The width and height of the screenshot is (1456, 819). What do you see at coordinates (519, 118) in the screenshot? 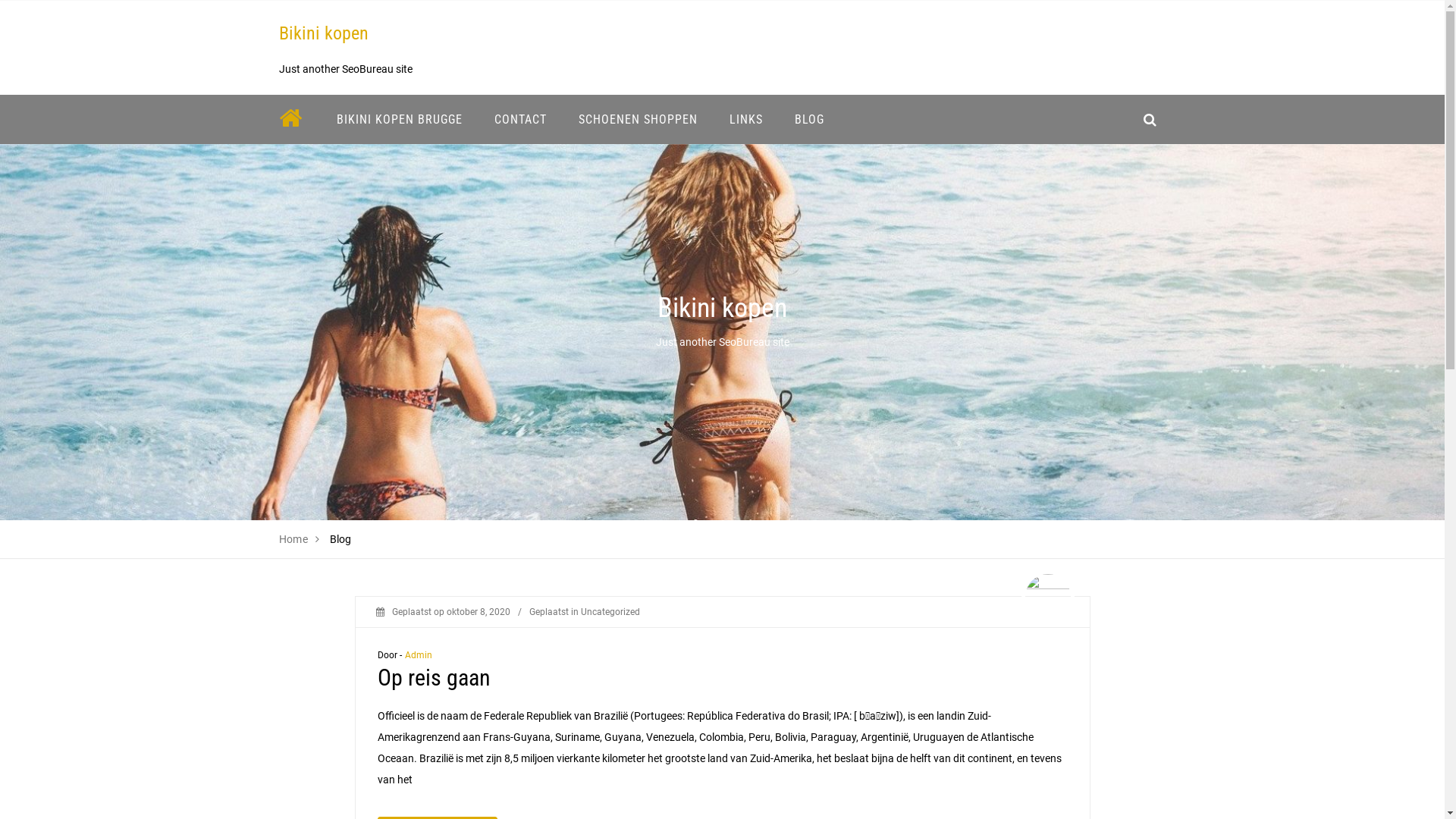
I see `'CONTACT'` at bounding box center [519, 118].